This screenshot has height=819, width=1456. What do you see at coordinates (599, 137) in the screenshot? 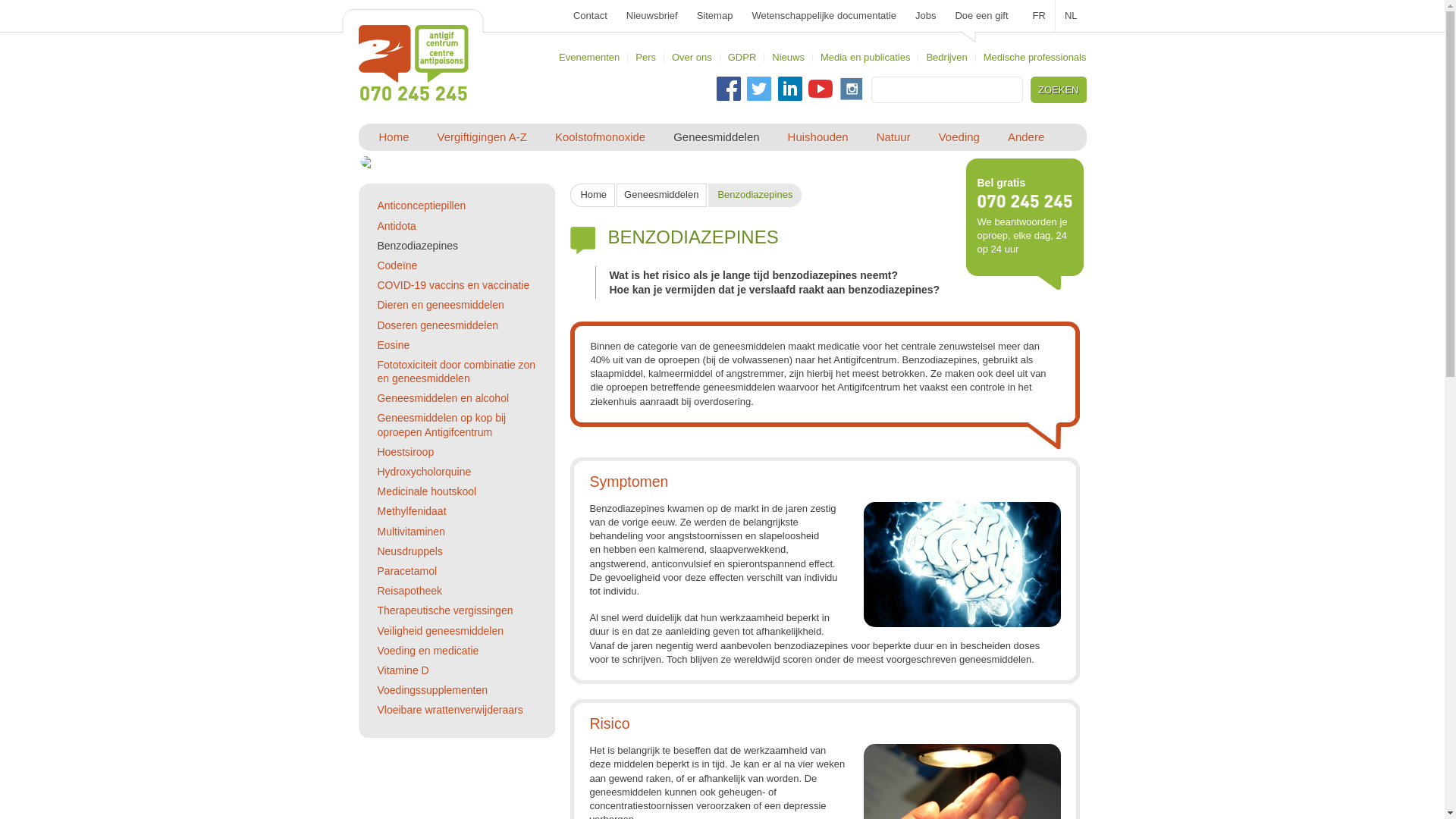
I see `'Koolstofmonoxide'` at bounding box center [599, 137].